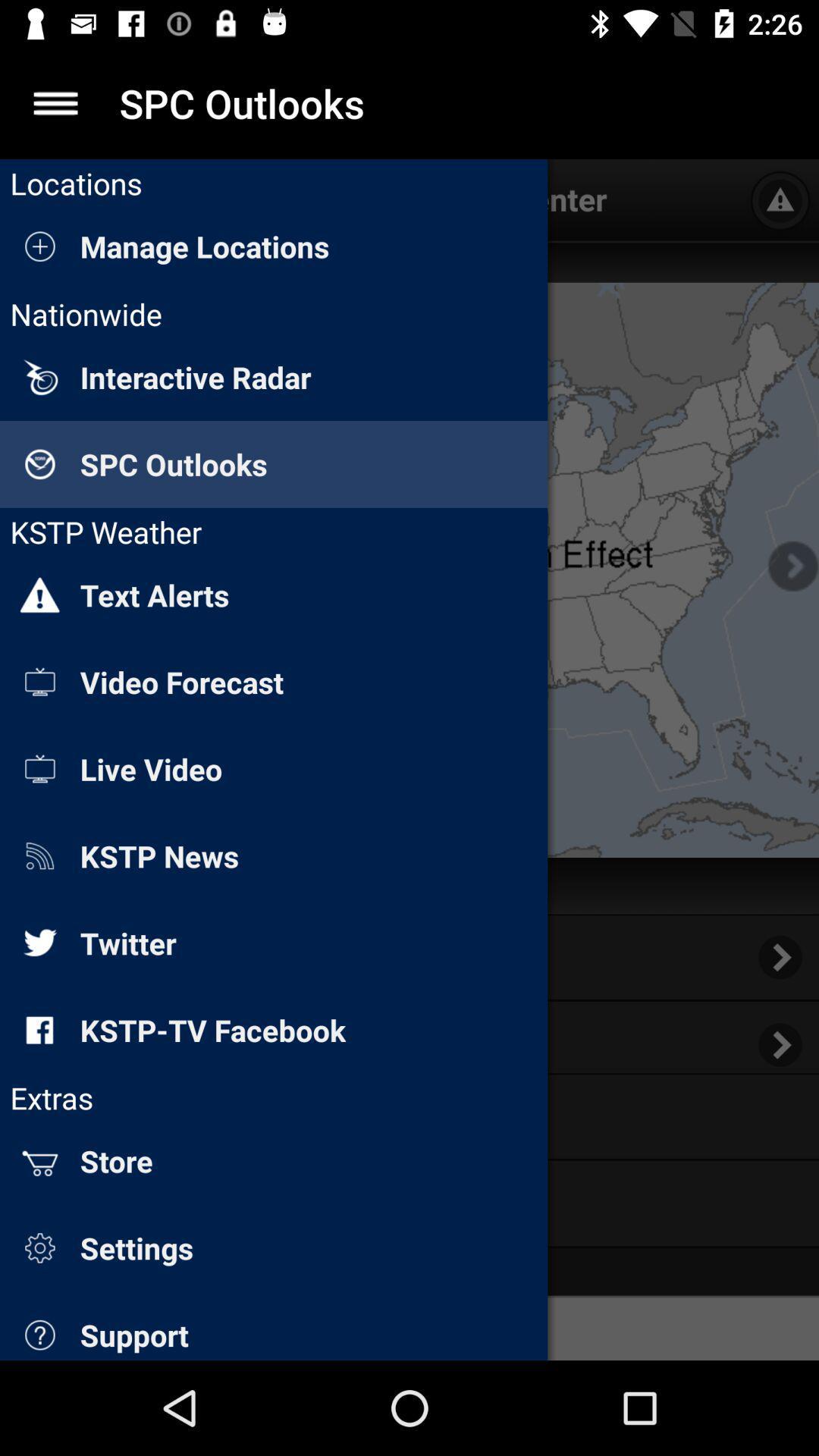  I want to click on the icon to the left of spc outlooks icon, so click(55, 102).